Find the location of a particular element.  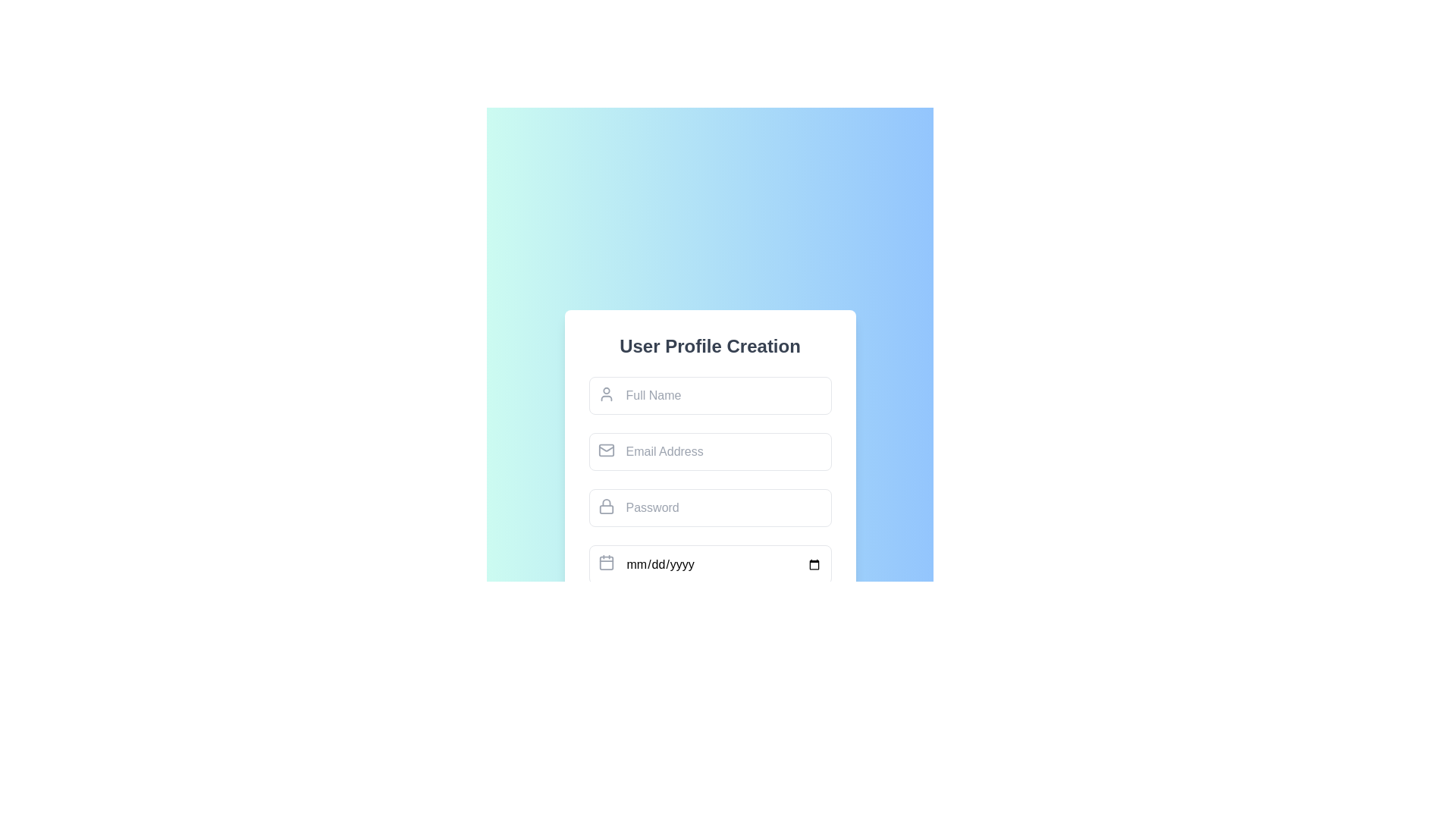

the Heading text at the top of the form, which indicates the purpose of the user interface section is located at coordinates (709, 346).